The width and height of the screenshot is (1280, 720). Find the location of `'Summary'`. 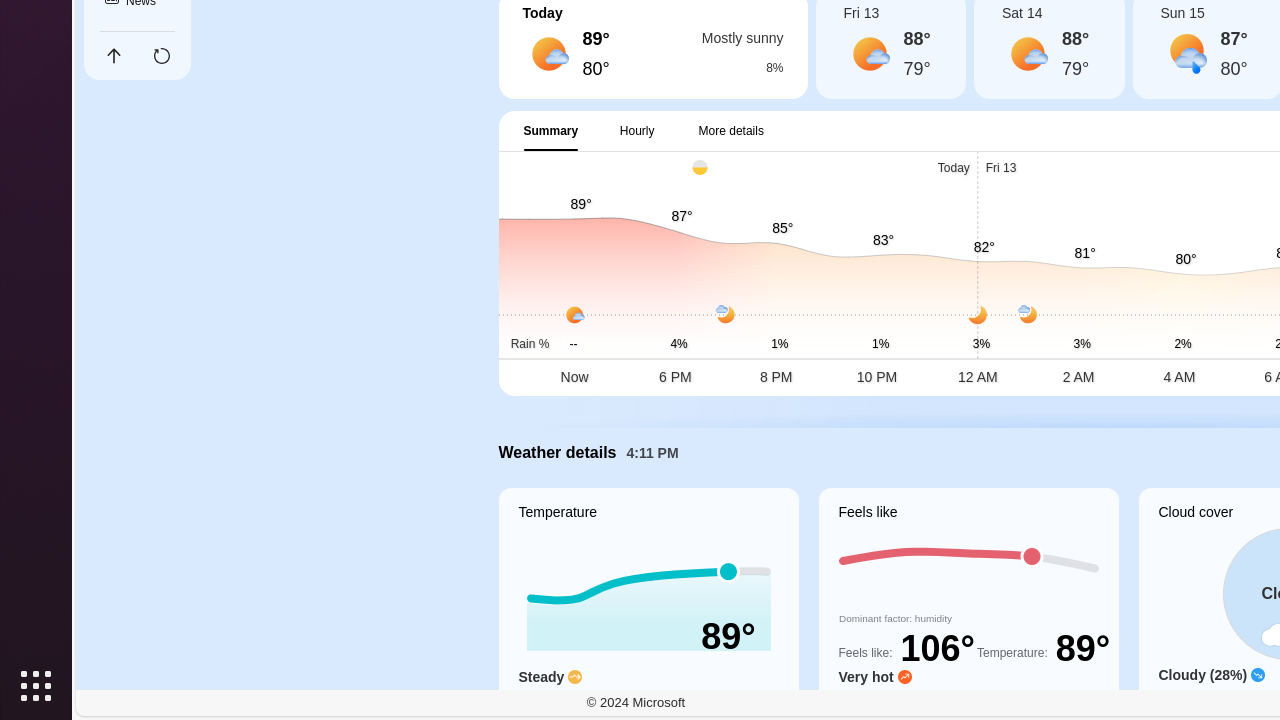

'Summary' is located at coordinates (551, 130).